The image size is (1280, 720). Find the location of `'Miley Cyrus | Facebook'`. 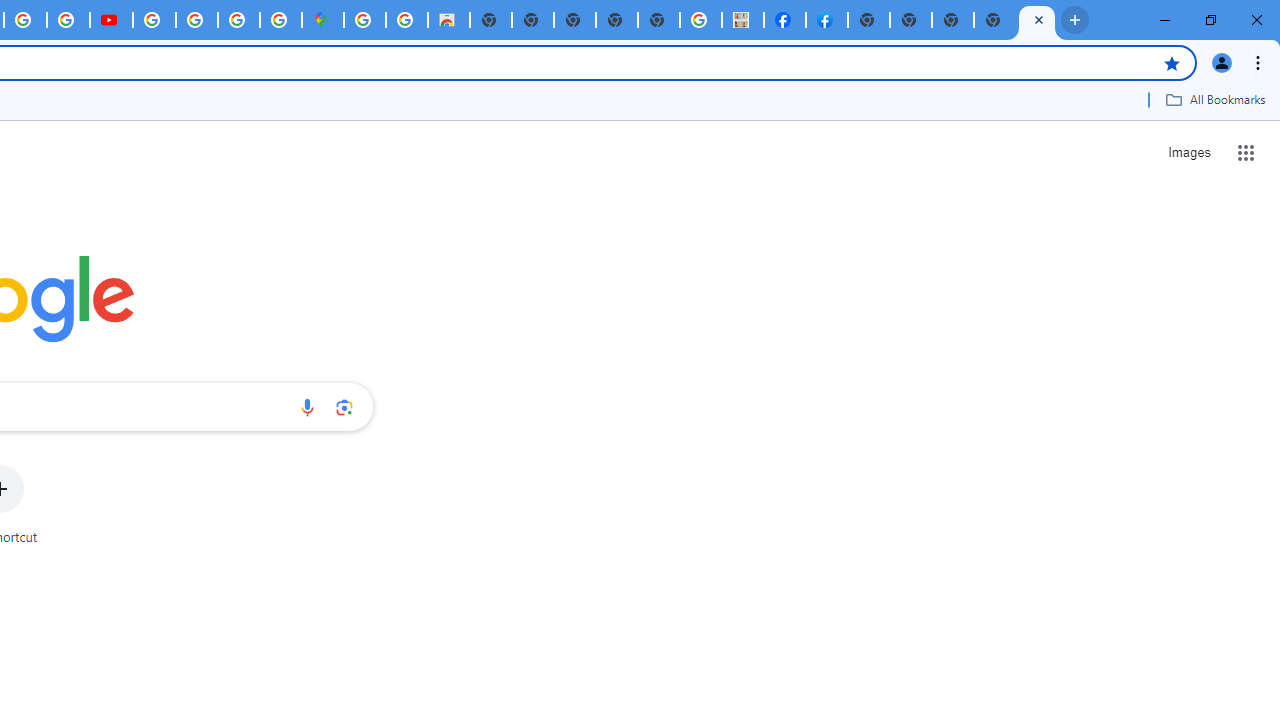

'Miley Cyrus | Facebook' is located at coordinates (784, 20).